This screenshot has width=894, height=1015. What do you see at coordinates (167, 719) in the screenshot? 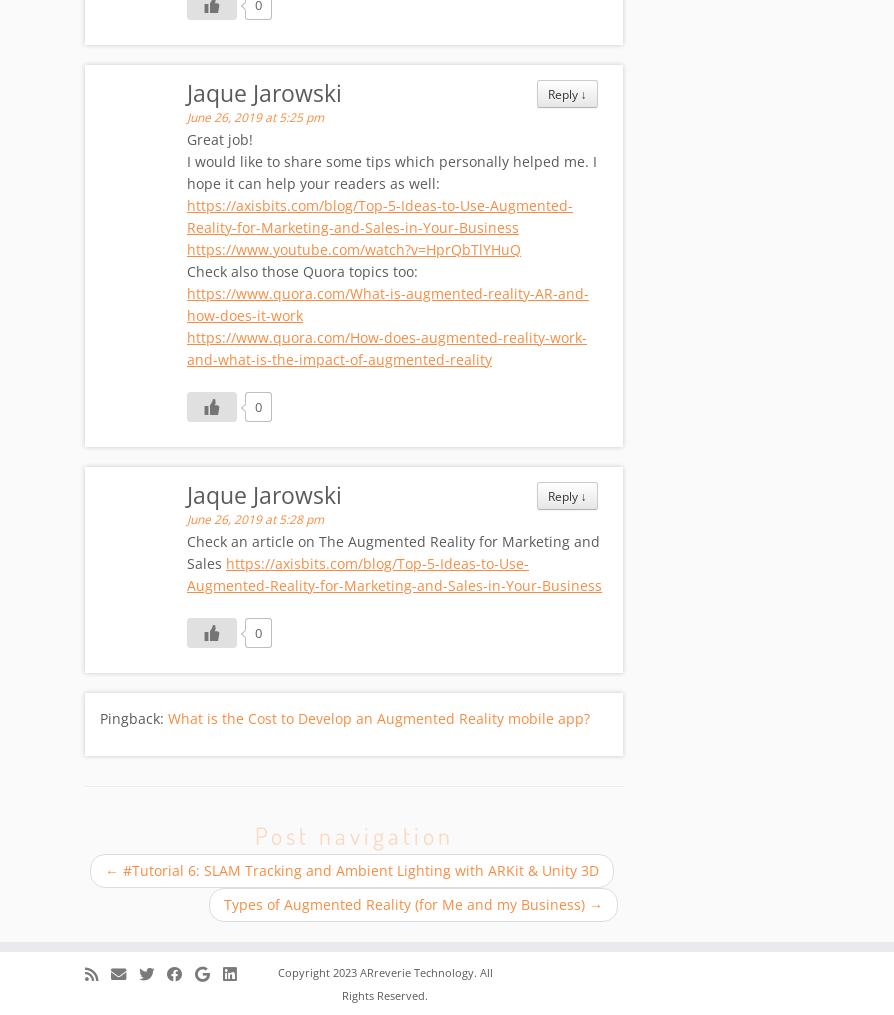
I see `'What is the Cost to Develop an Augmented Reality mobile app?'` at bounding box center [167, 719].